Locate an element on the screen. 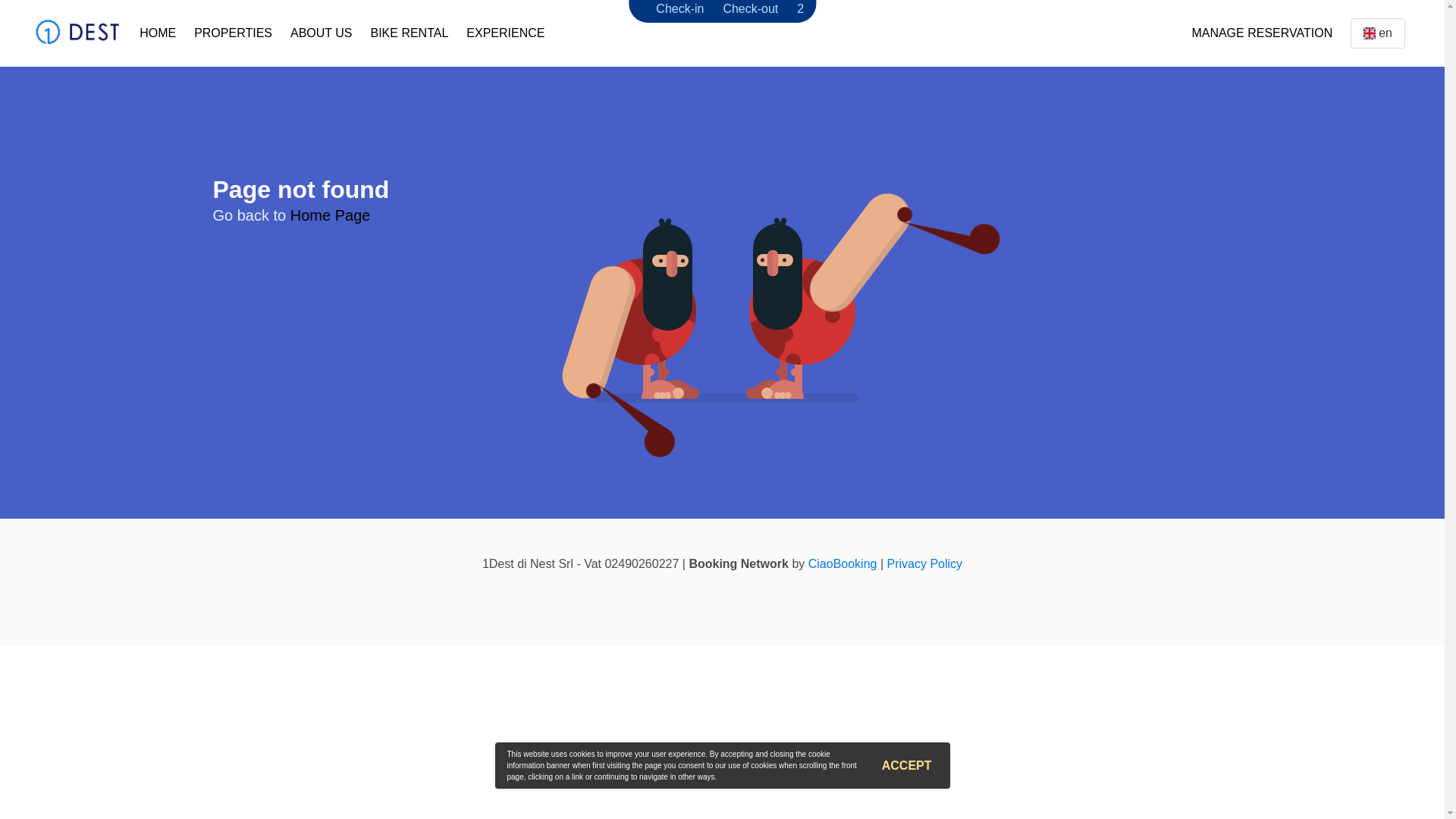  'en' is located at coordinates (1378, 33).